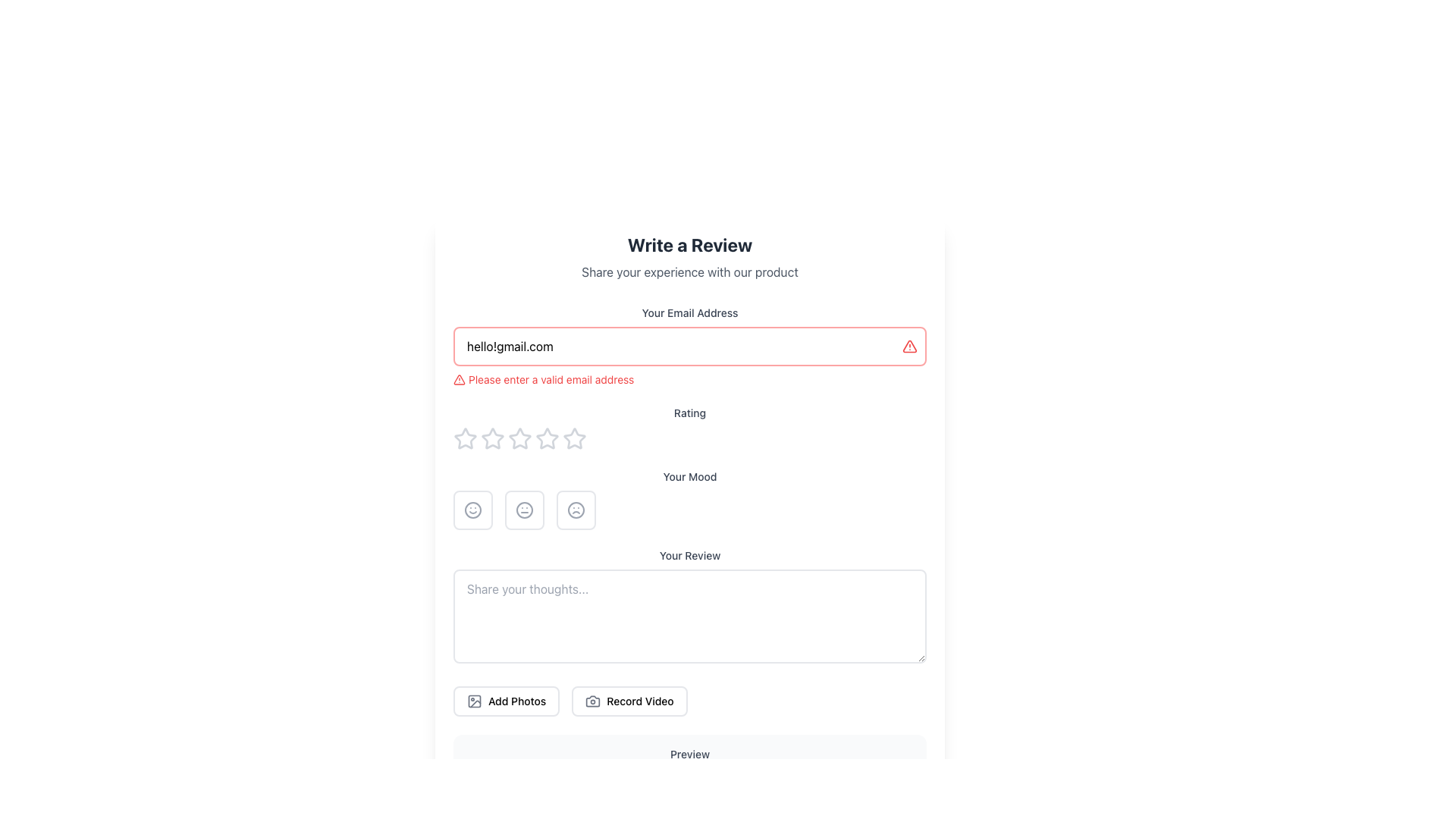 The width and height of the screenshot is (1456, 819). What do you see at coordinates (465, 438) in the screenshot?
I see `the first star button in the horizontal row of five star icons under the 'Rating' label to rate the subject with one star` at bounding box center [465, 438].